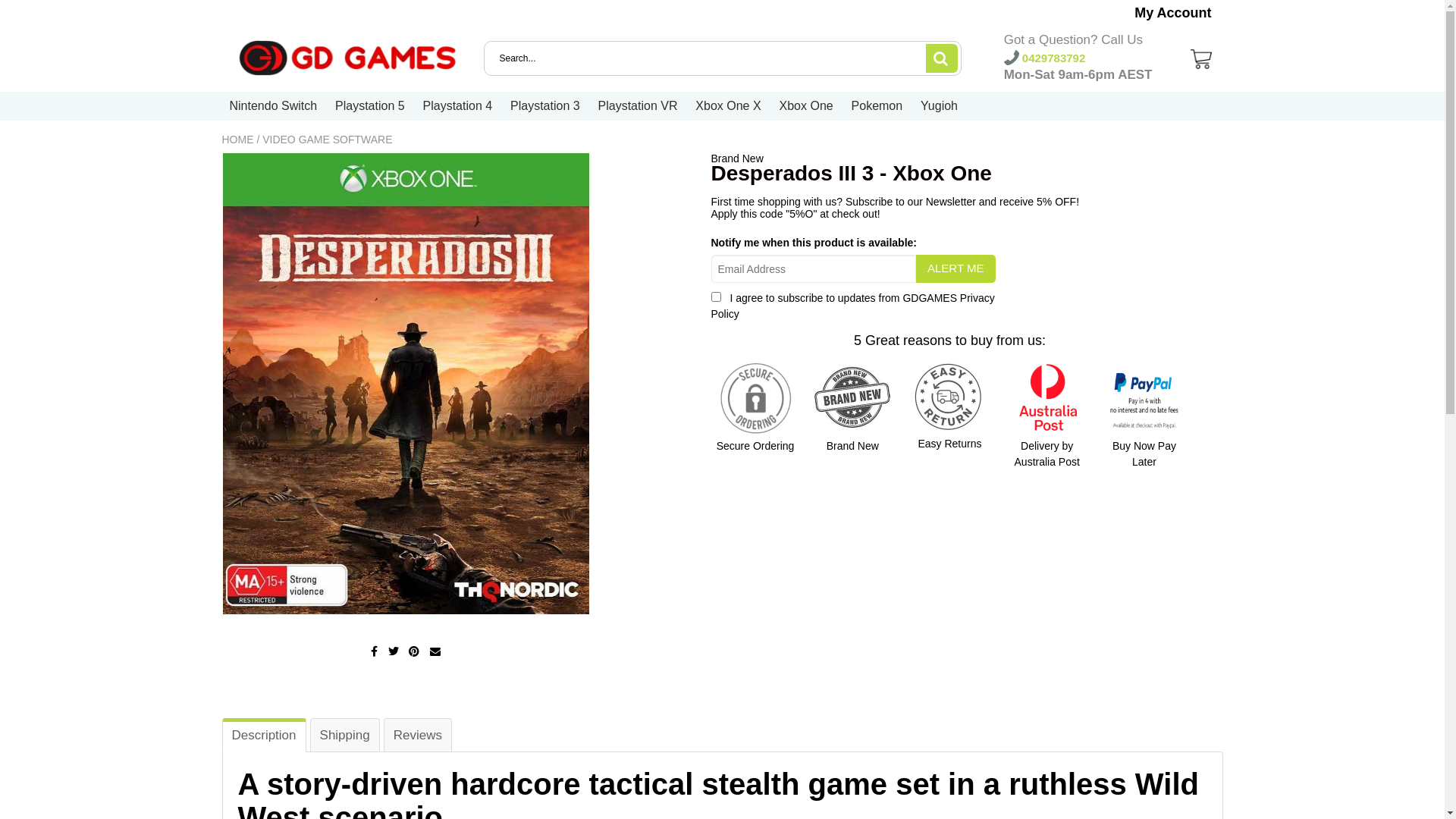 This screenshot has height=819, width=1456. I want to click on 'Shipping', so click(309, 734).